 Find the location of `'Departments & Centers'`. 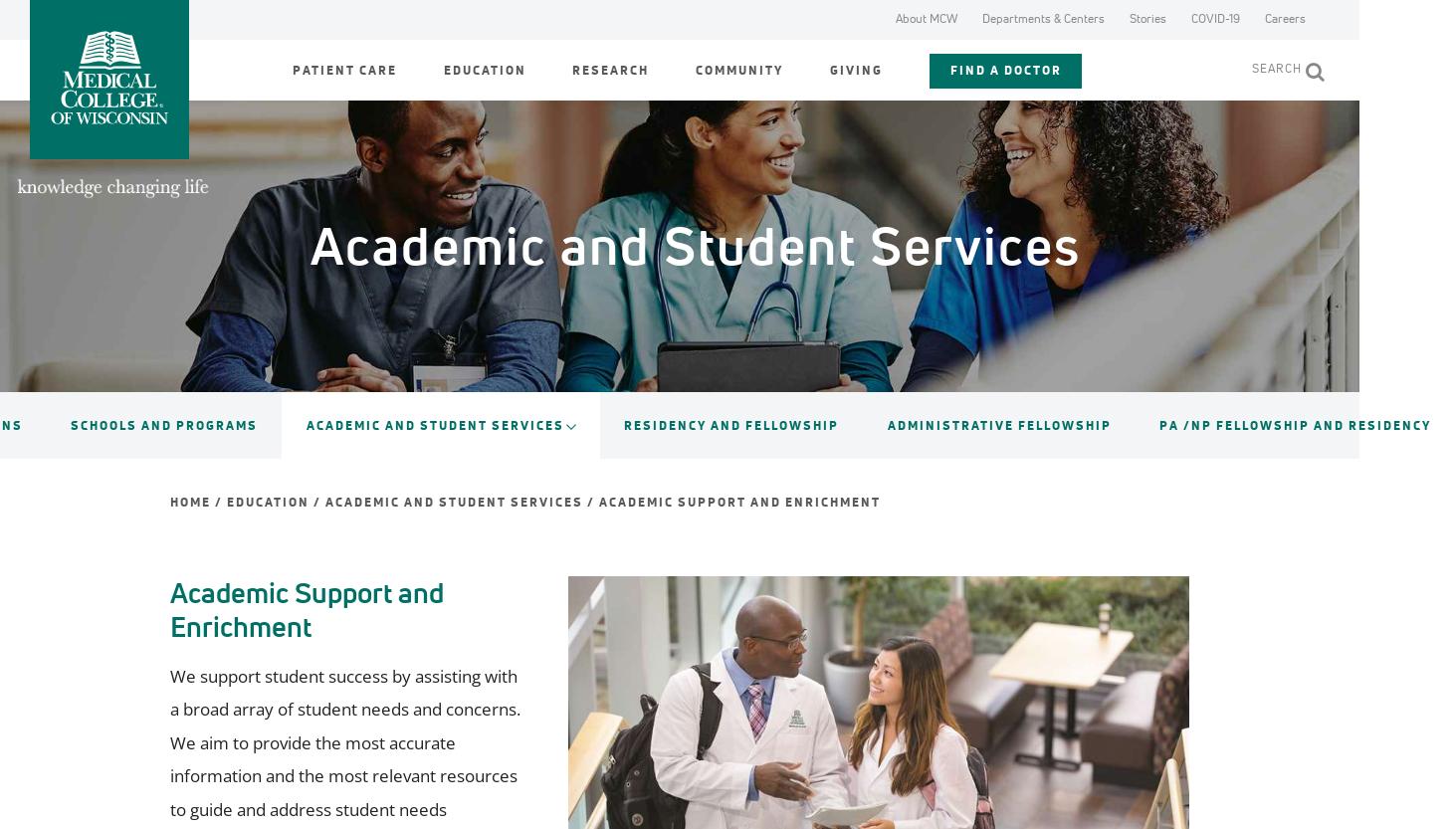

'Departments & Centers' is located at coordinates (981, 18).